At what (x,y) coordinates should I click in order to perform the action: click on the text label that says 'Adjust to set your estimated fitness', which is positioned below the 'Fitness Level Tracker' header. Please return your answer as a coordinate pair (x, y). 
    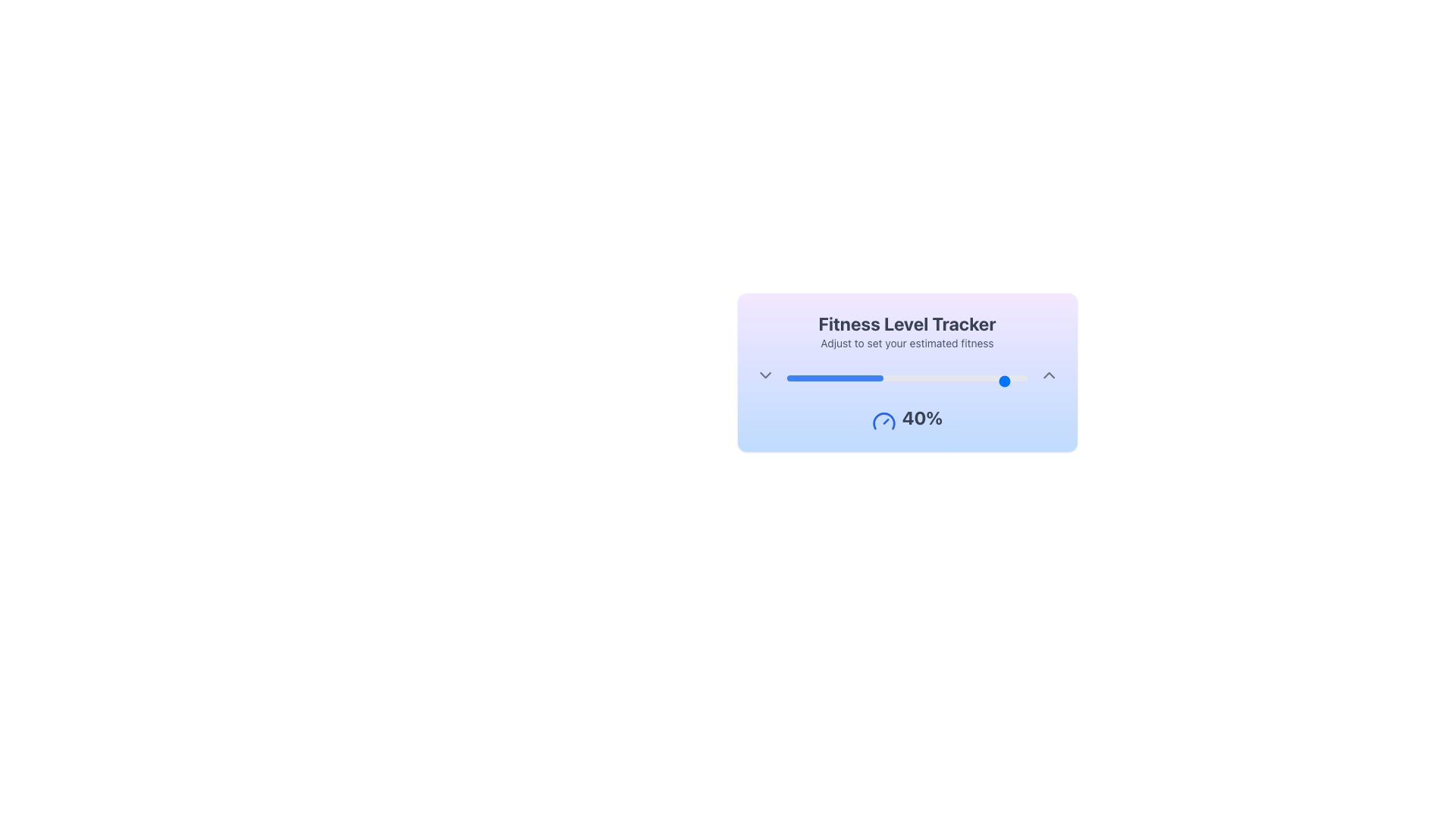
    Looking at the image, I should click on (907, 343).